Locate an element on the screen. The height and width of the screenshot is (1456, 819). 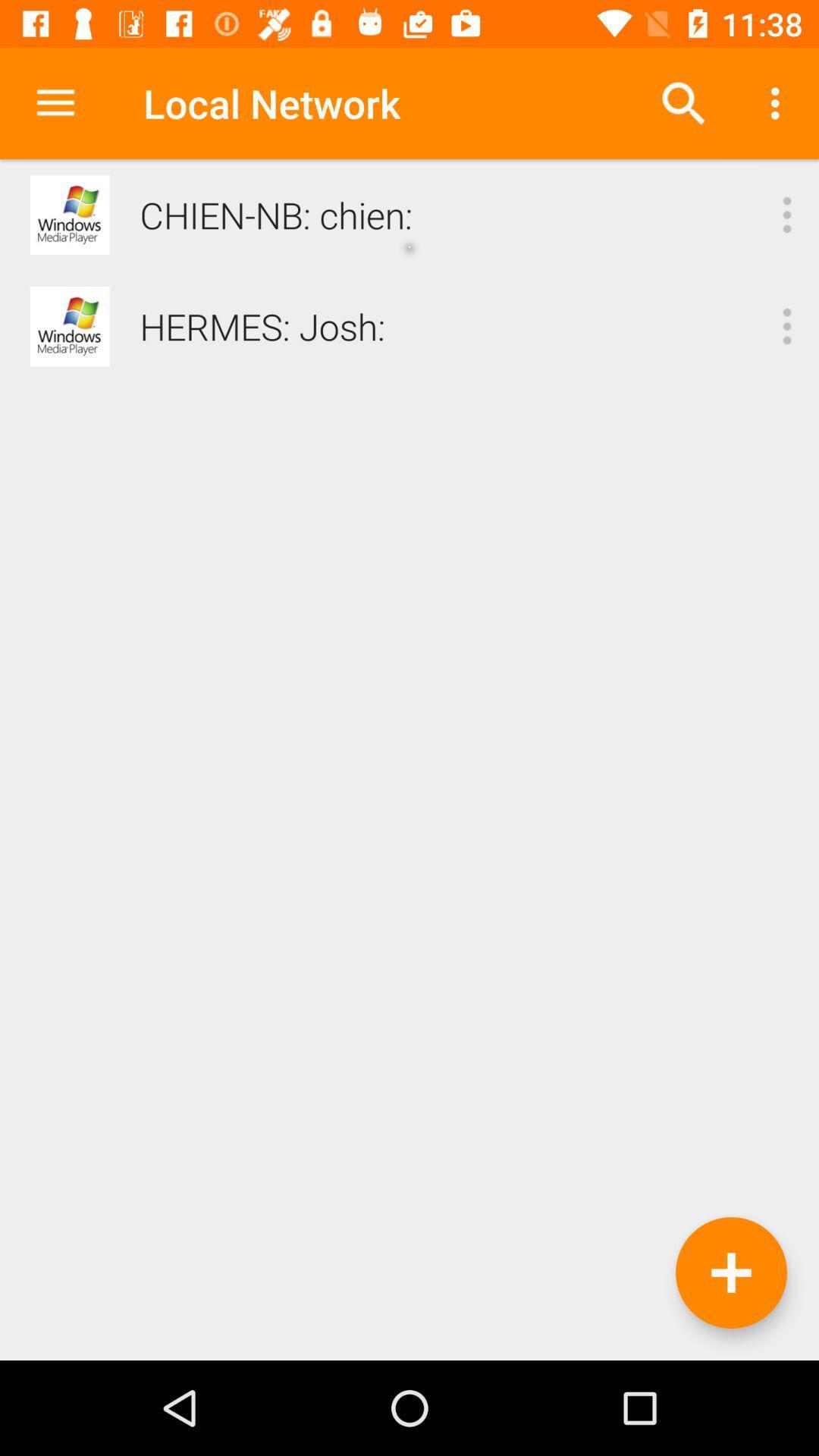
new is located at coordinates (730, 1272).